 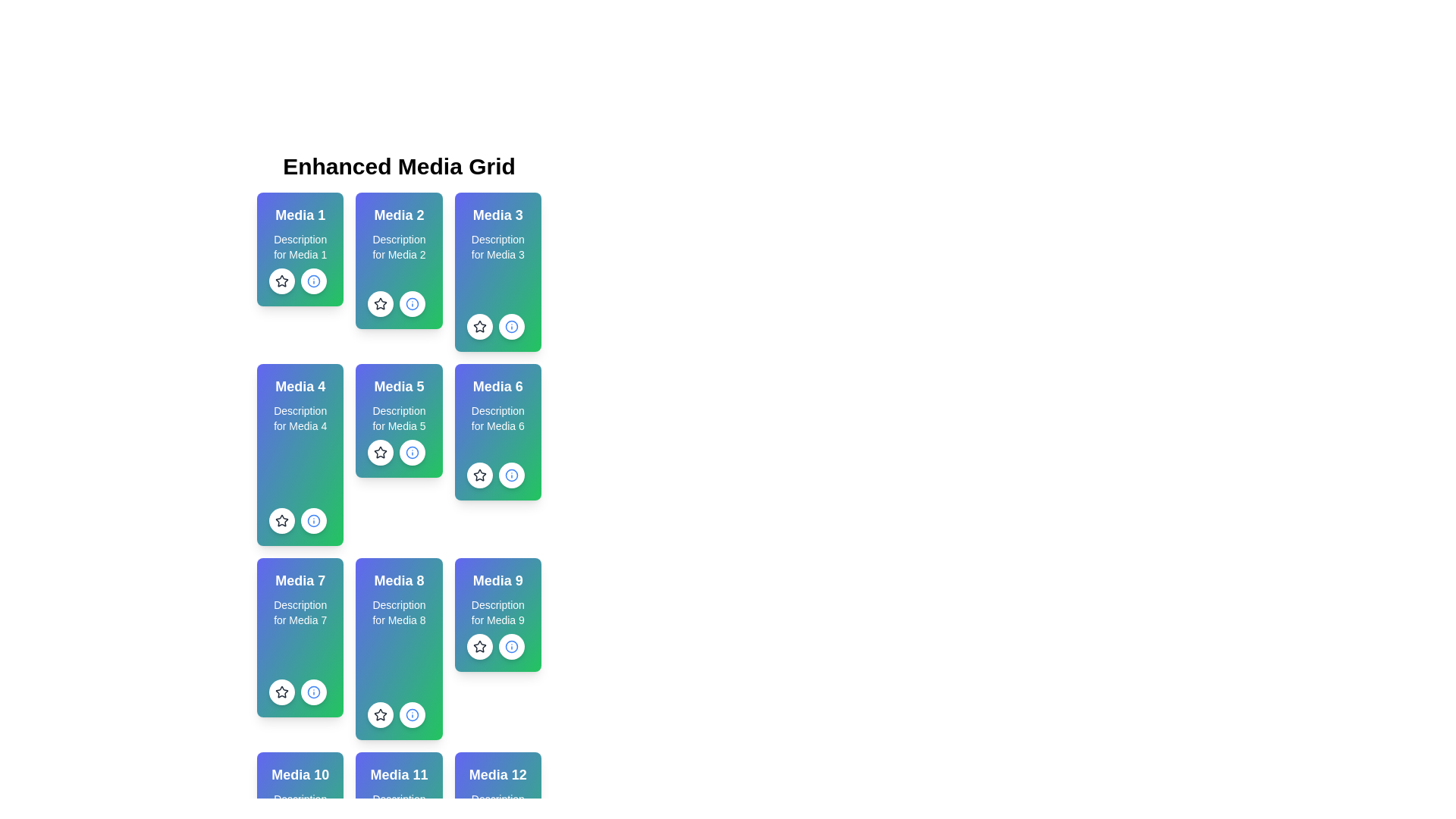 What do you see at coordinates (312, 519) in the screenshot?
I see `the circular SVG element with a blue outline located in the bottom-right corner of the Media 6 card` at bounding box center [312, 519].